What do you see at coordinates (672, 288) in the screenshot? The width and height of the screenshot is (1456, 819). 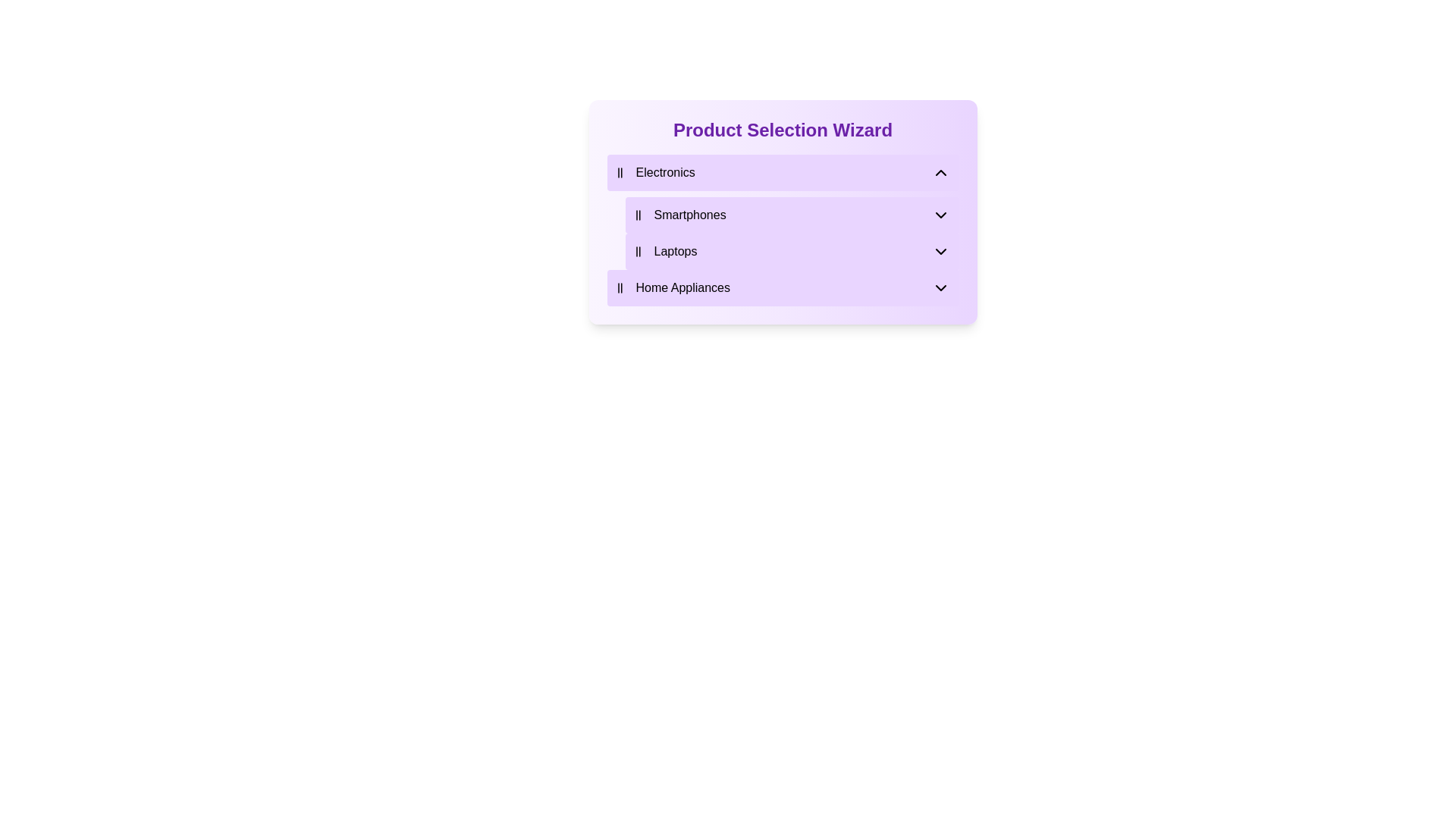 I see `the 'Home Appliances' text element, which features a small icon on its left` at bounding box center [672, 288].